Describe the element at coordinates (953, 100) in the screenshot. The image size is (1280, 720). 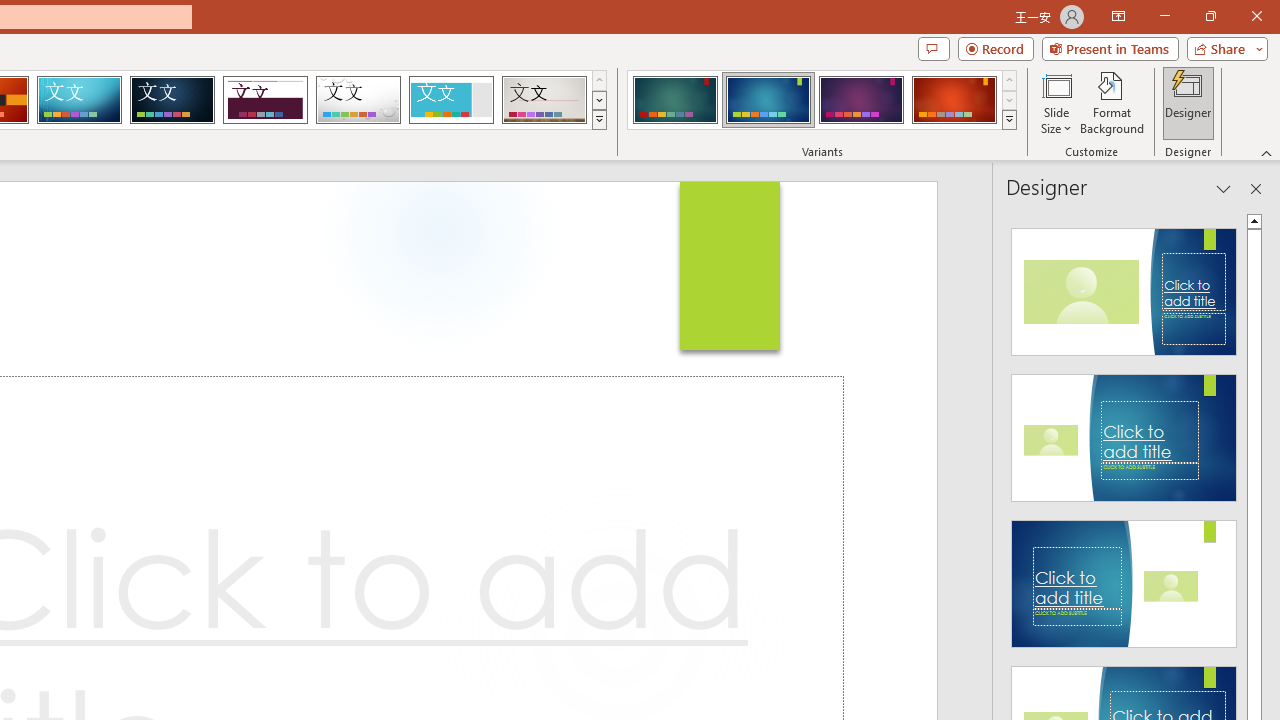
I see `'Ion Variant 4'` at that location.